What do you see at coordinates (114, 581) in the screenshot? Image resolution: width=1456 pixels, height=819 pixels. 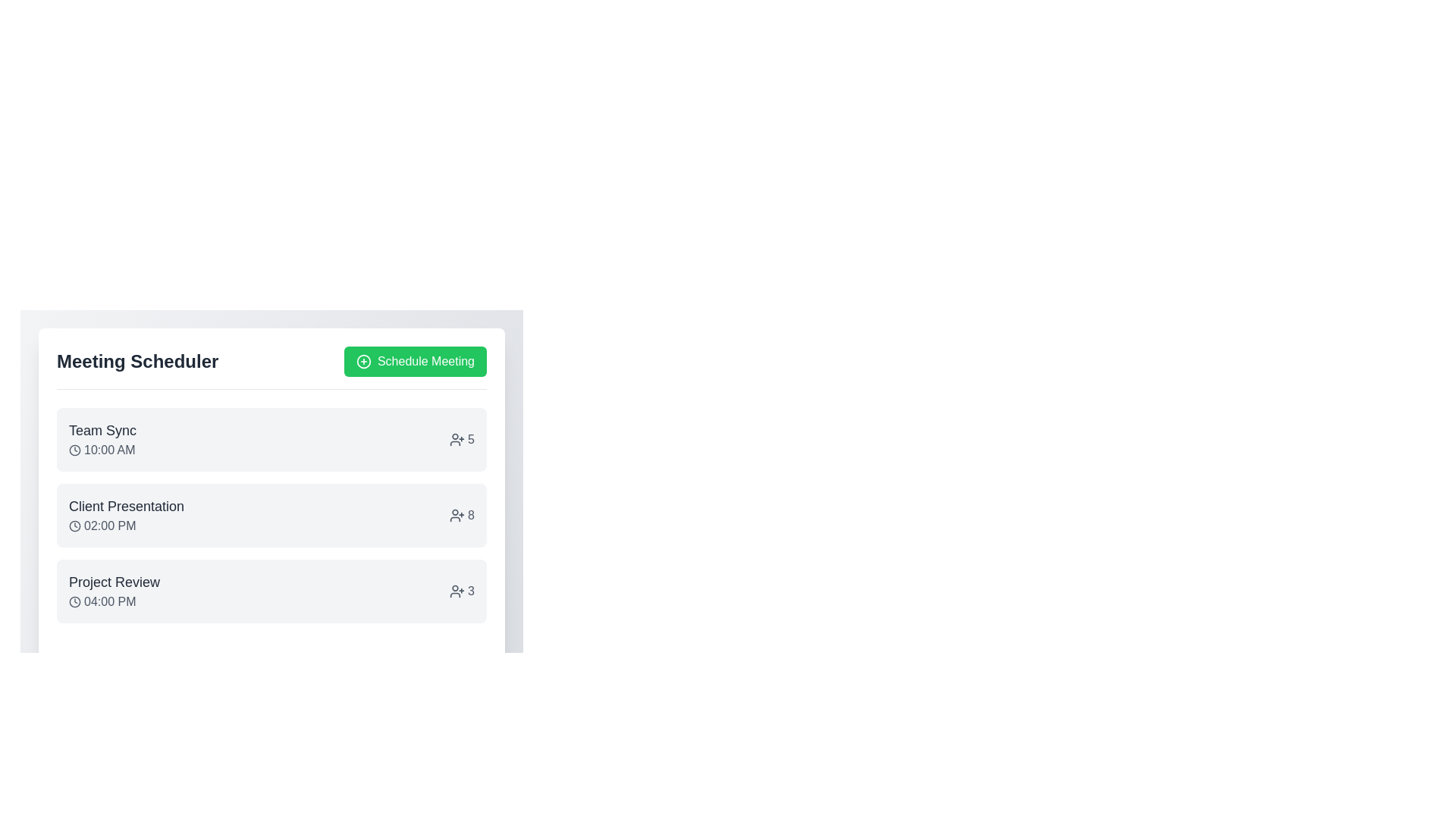 I see `the static text label that serves as the title of an event or meeting entry in the scheduling application, located above the time '04:00 PM'` at bounding box center [114, 581].